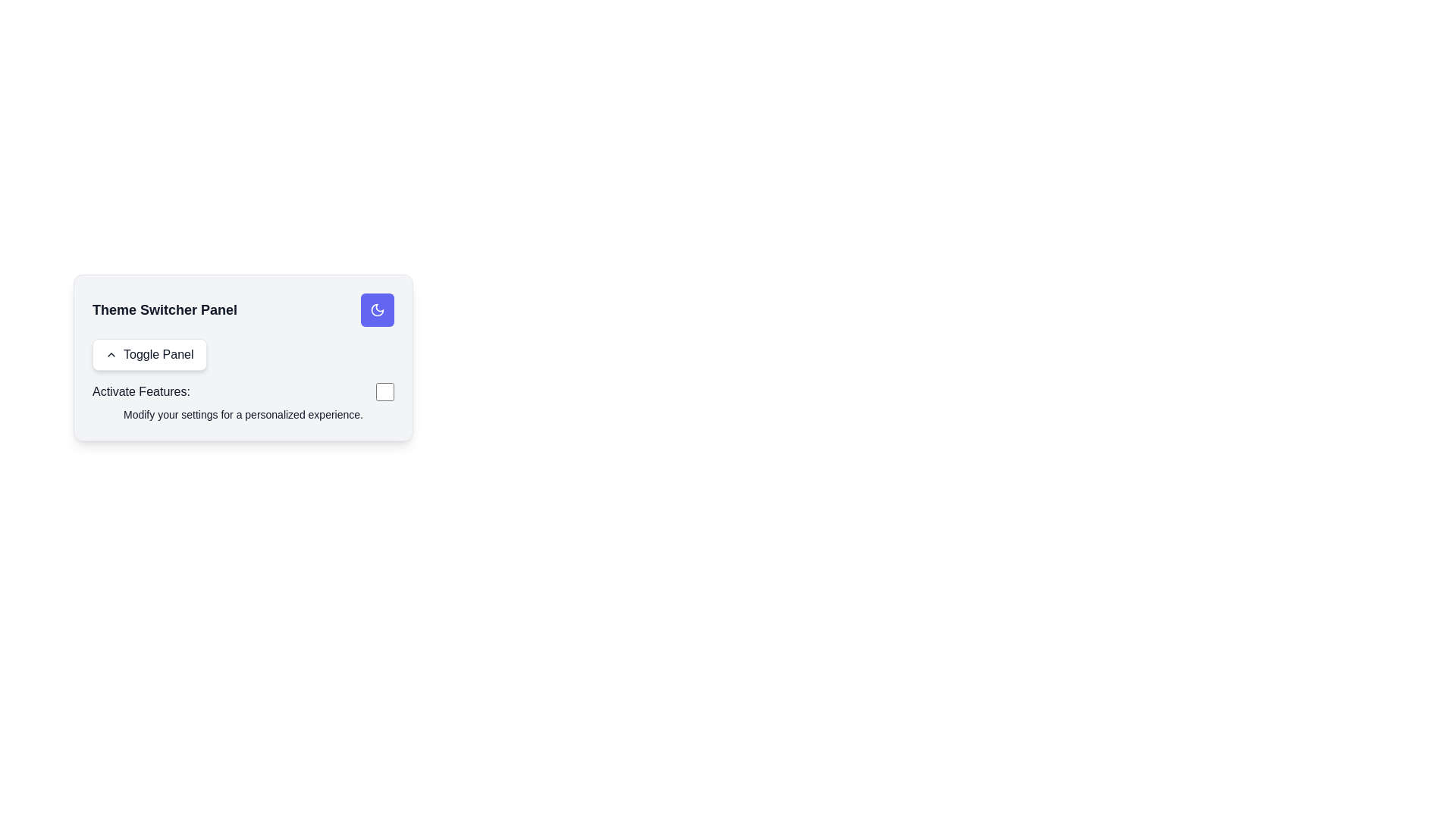  Describe the element at coordinates (111, 354) in the screenshot. I see `the icon that represents the action to collapse or hide a section, located within the button labeled 'Toggle Panel' in the 'Theme Switcher Panel'` at that location.